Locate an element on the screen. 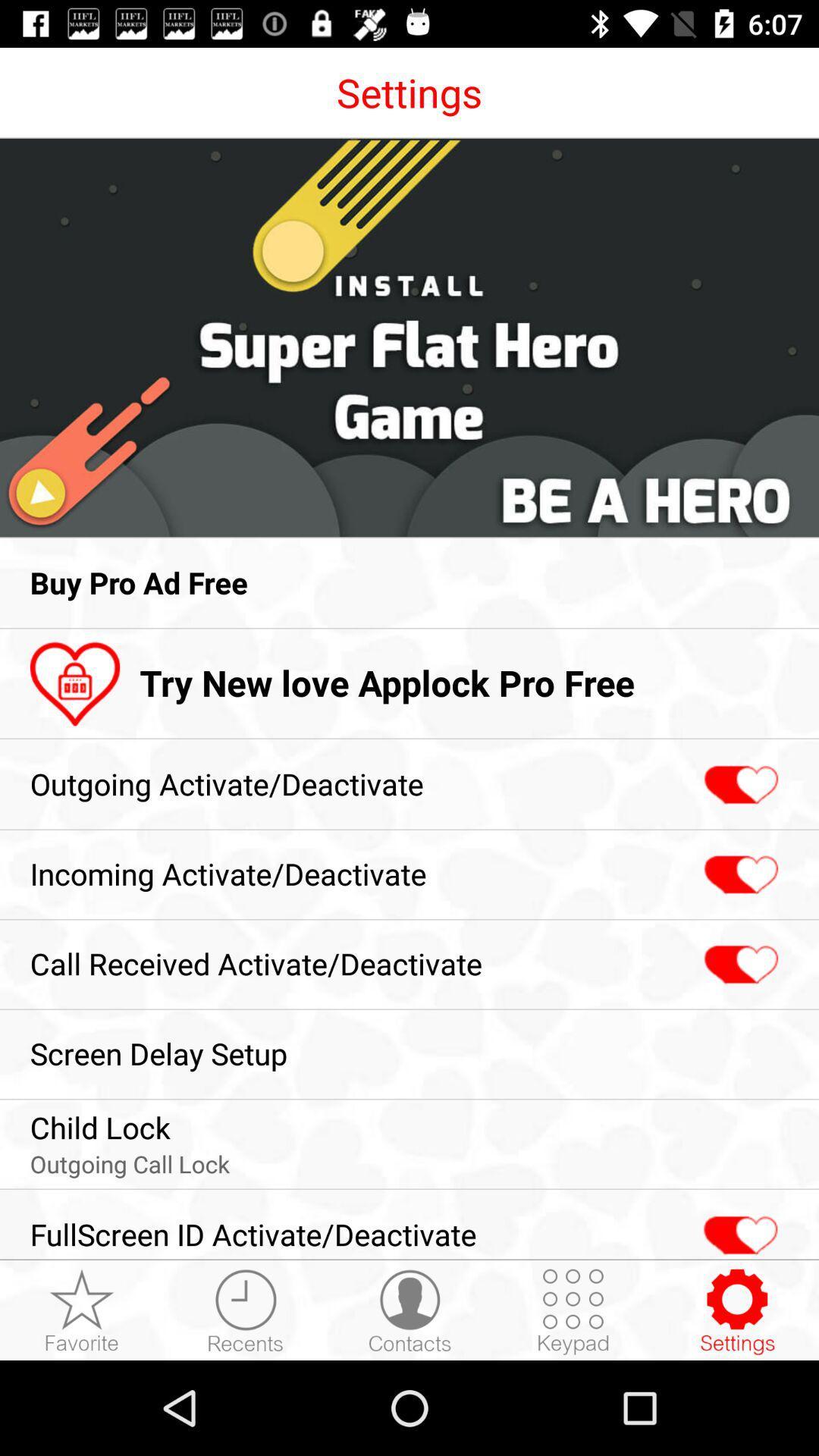  switch to contacts is located at coordinates (409, 1310).